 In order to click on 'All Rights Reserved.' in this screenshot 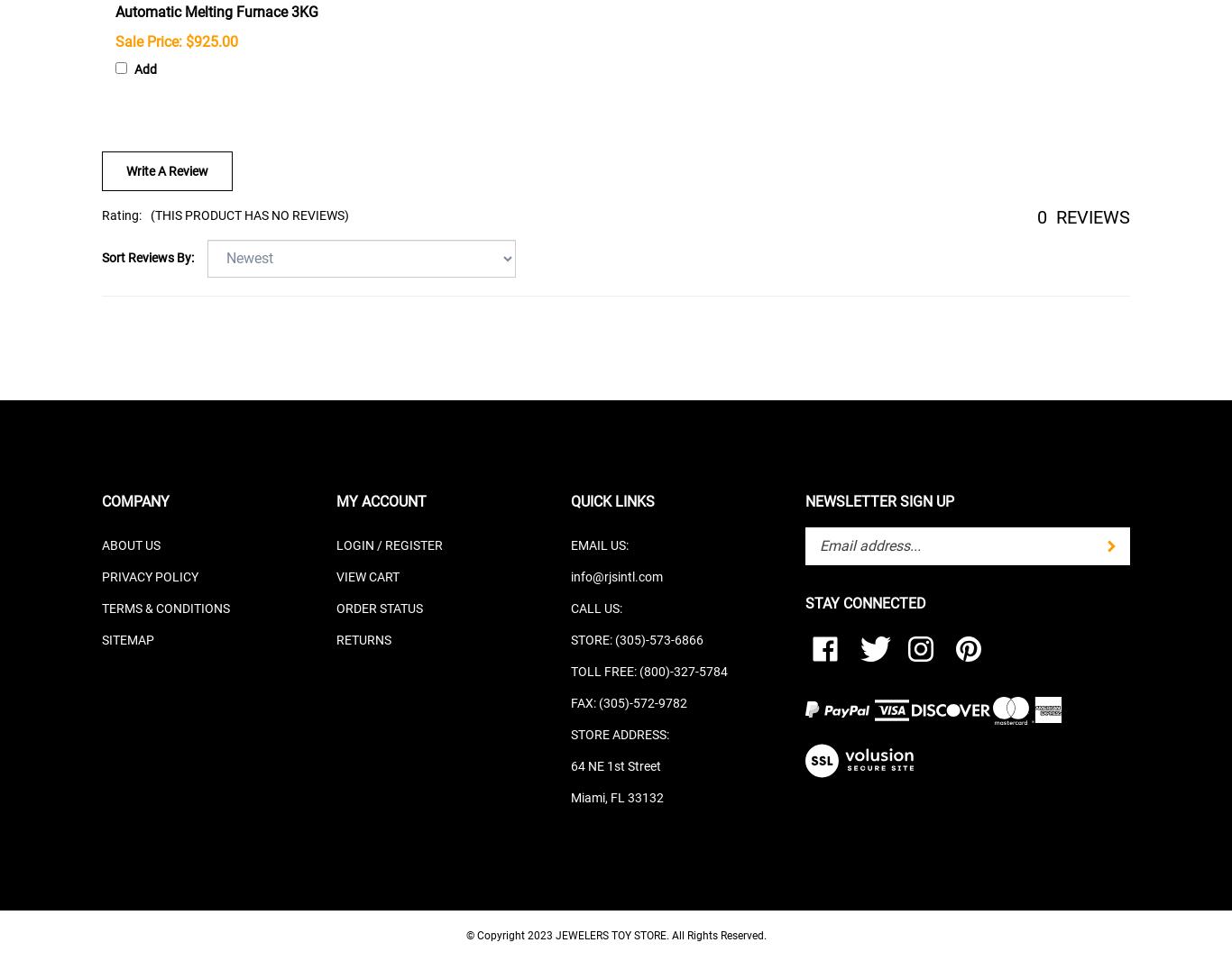, I will do `click(718, 935)`.